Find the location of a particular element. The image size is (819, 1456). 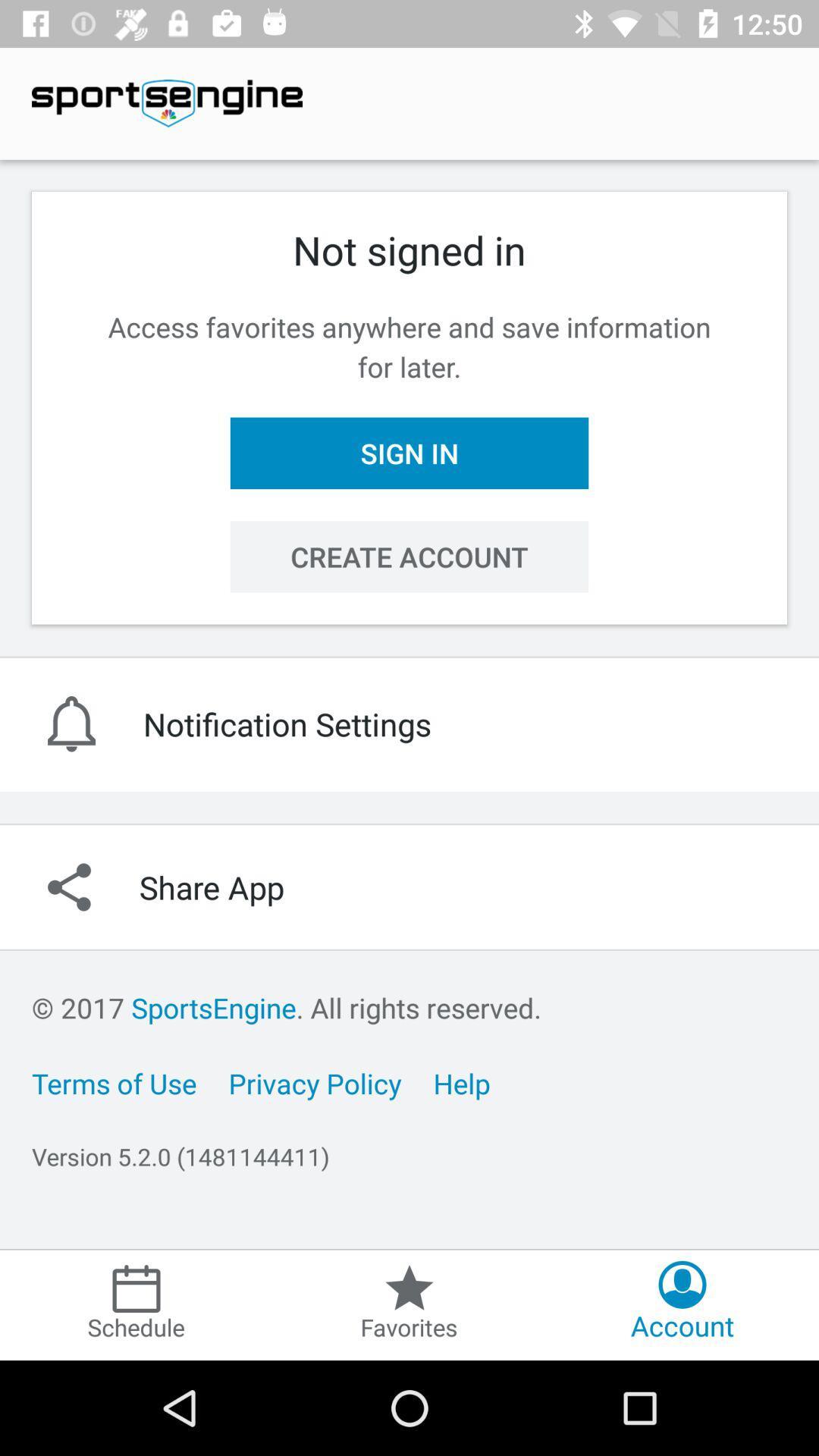

icon below the notification settings is located at coordinates (409, 887).